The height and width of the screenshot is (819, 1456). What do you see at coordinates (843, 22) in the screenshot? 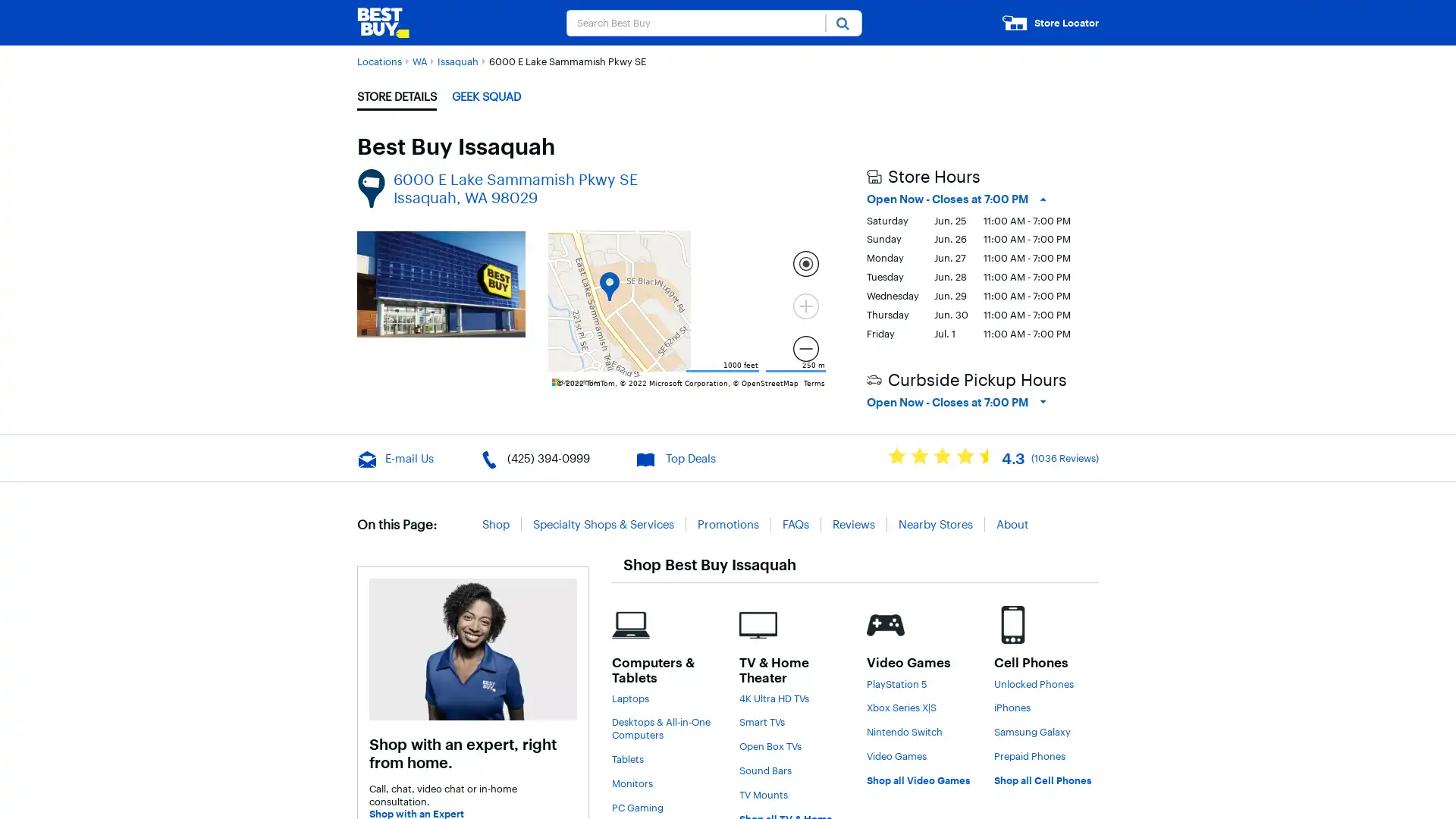
I see `Submit` at bounding box center [843, 22].